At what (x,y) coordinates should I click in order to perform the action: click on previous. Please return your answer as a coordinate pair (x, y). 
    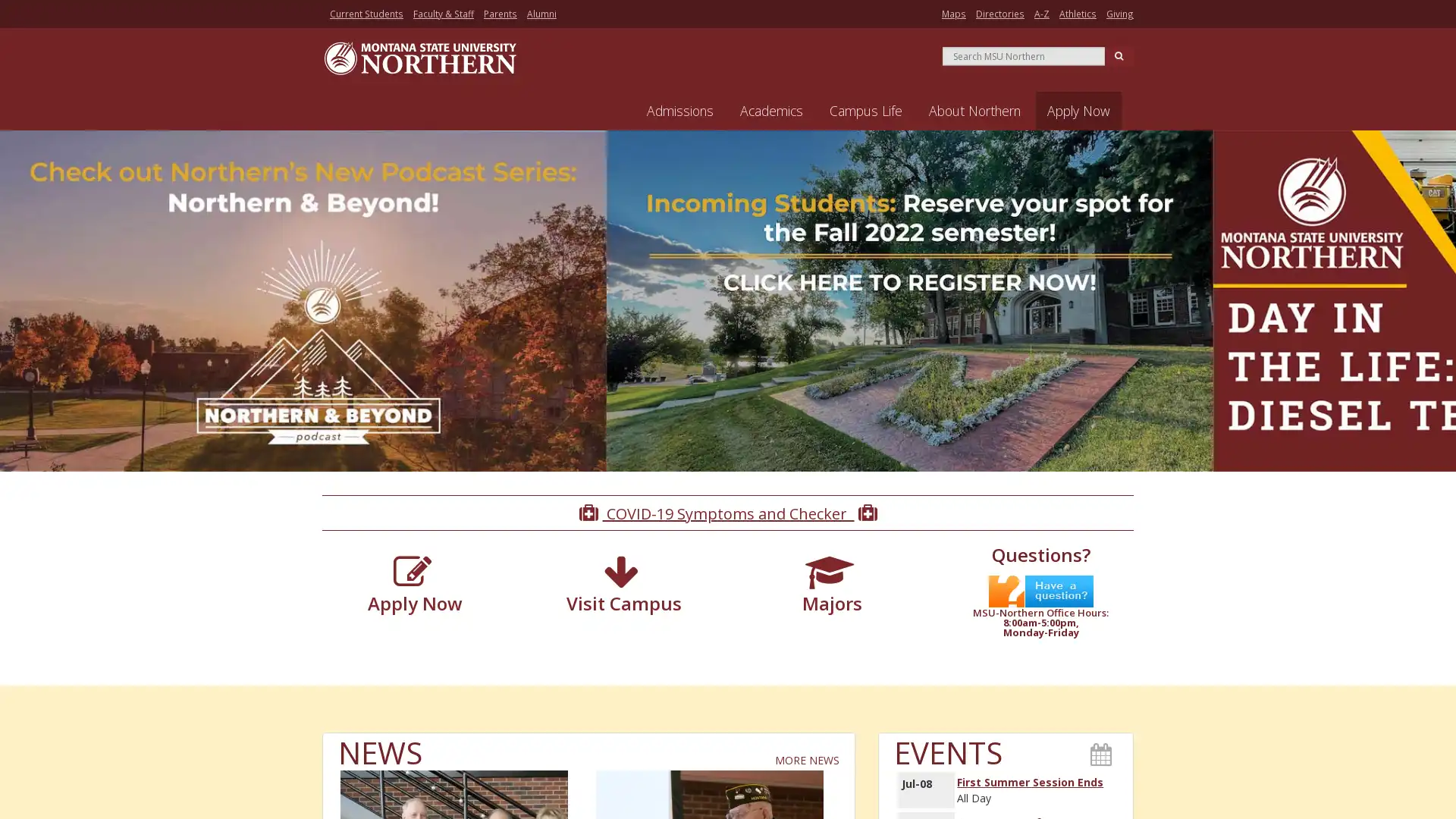
    Looking at the image, I should click on (14, 312).